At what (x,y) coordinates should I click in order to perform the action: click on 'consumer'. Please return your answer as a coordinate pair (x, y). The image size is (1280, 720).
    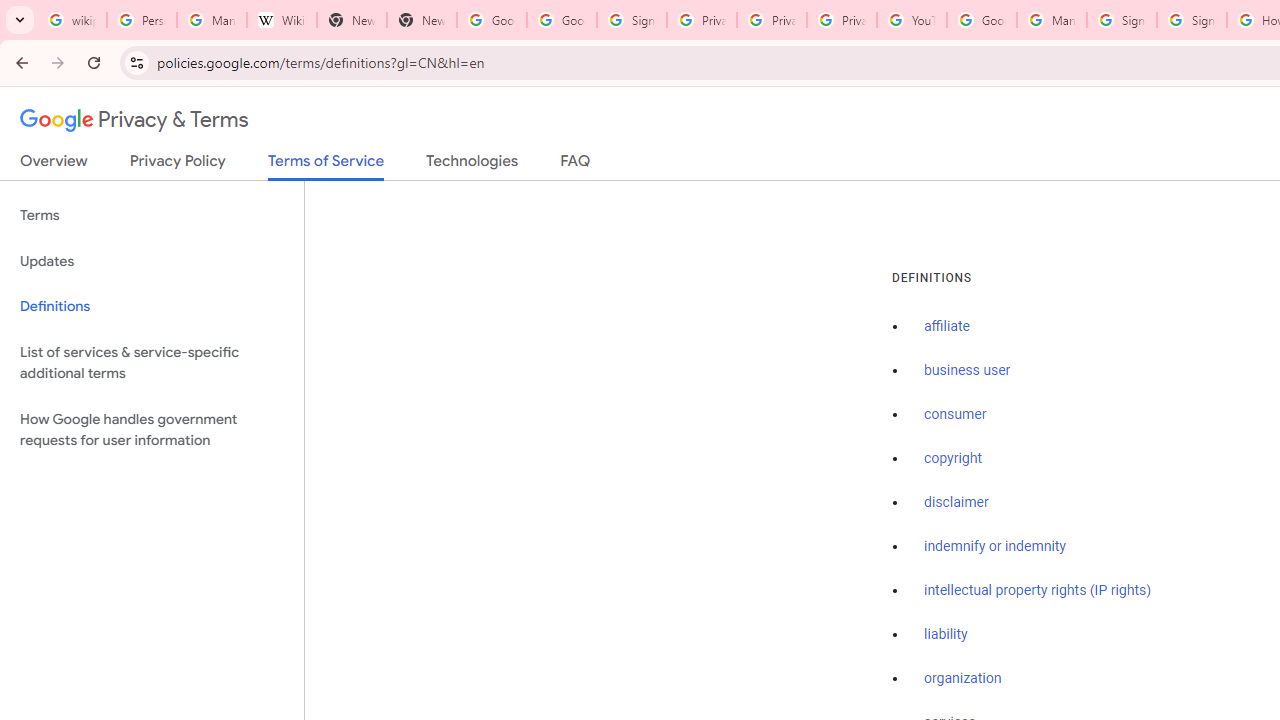
    Looking at the image, I should click on (954, 414).